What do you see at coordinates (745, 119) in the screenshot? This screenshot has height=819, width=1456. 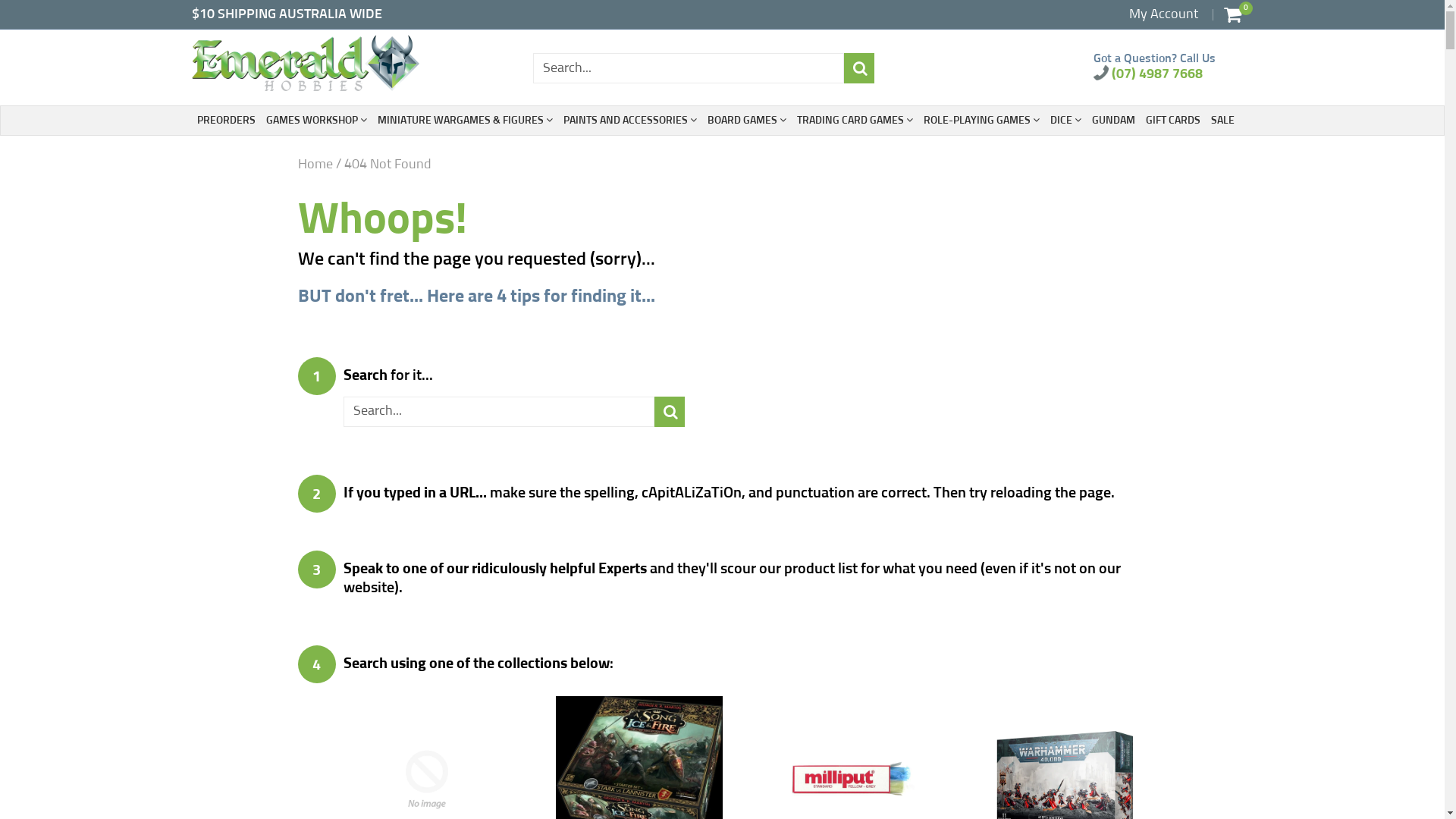 I see `'BOARD GAMES'` at bounding box center [745, 119].